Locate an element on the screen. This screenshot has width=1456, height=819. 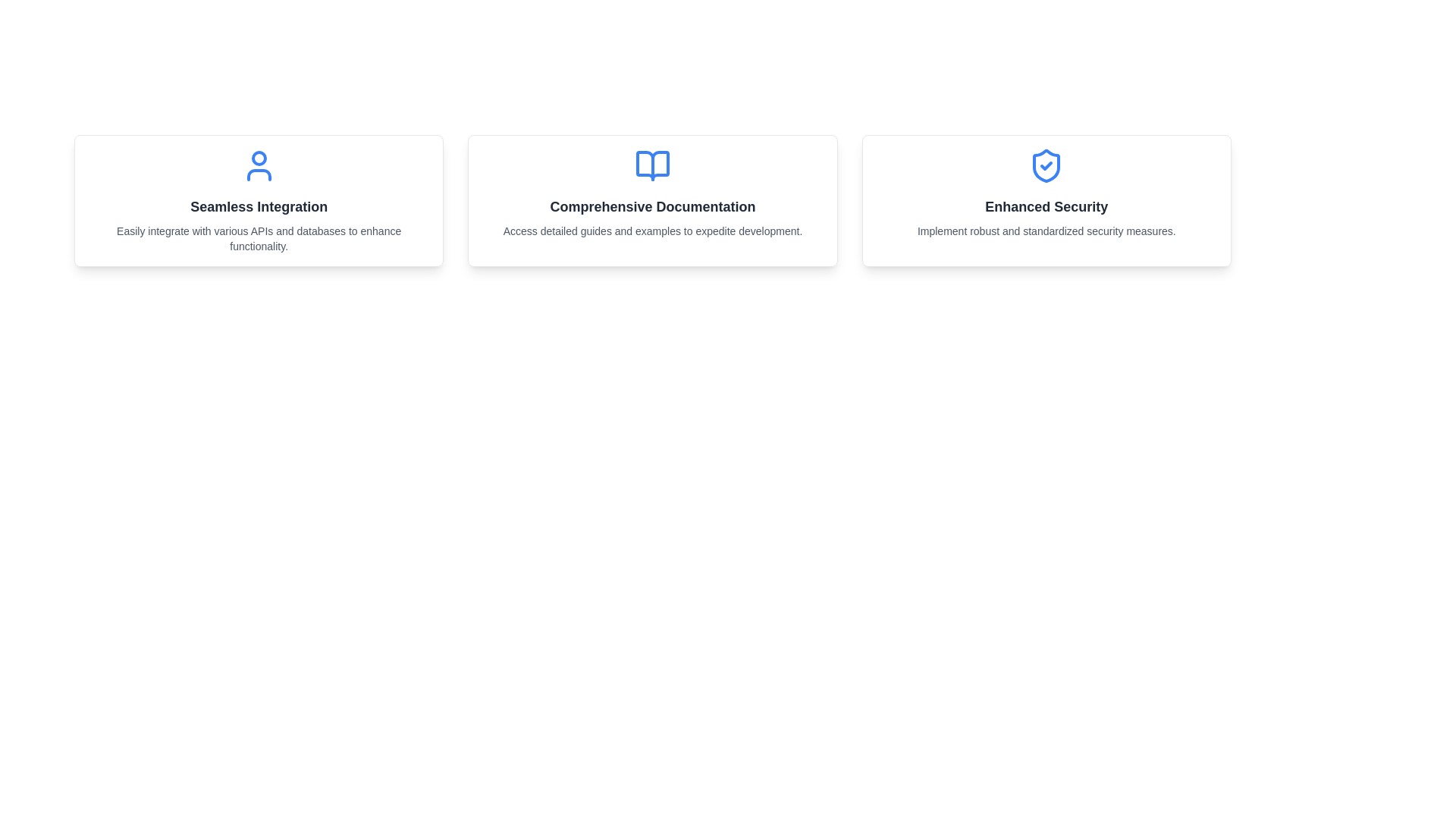
the blue shield icon with a checkmark inside, located in the 'Enhanced Security' card on the rightmost side of the row is located at coordinates (1046, 166).